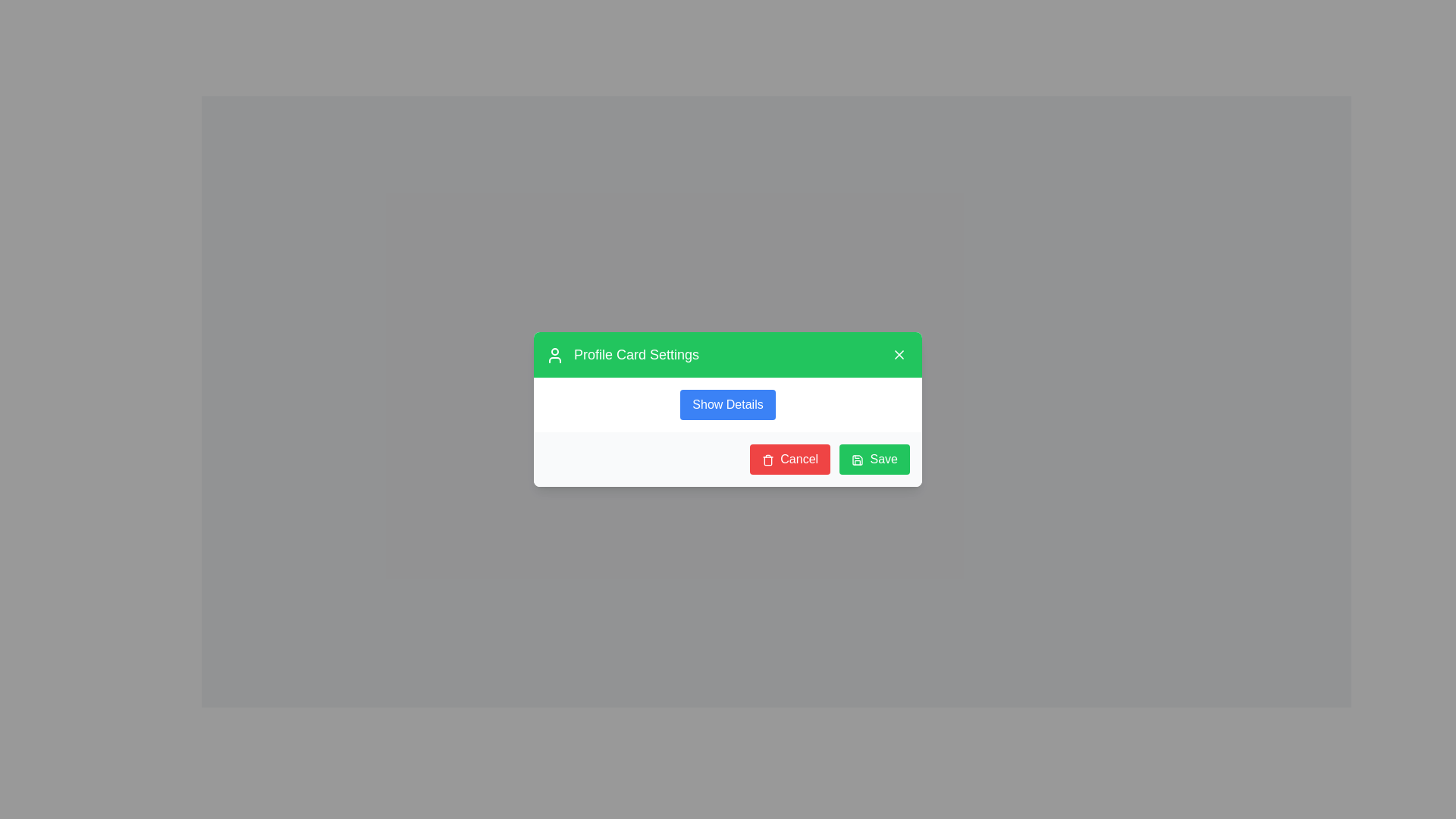 Image resolution: width=1456 pixels, height=819 pixels. Describe the element at coordinates (899, 354) in the screenshot. I see `the close button` at that location.